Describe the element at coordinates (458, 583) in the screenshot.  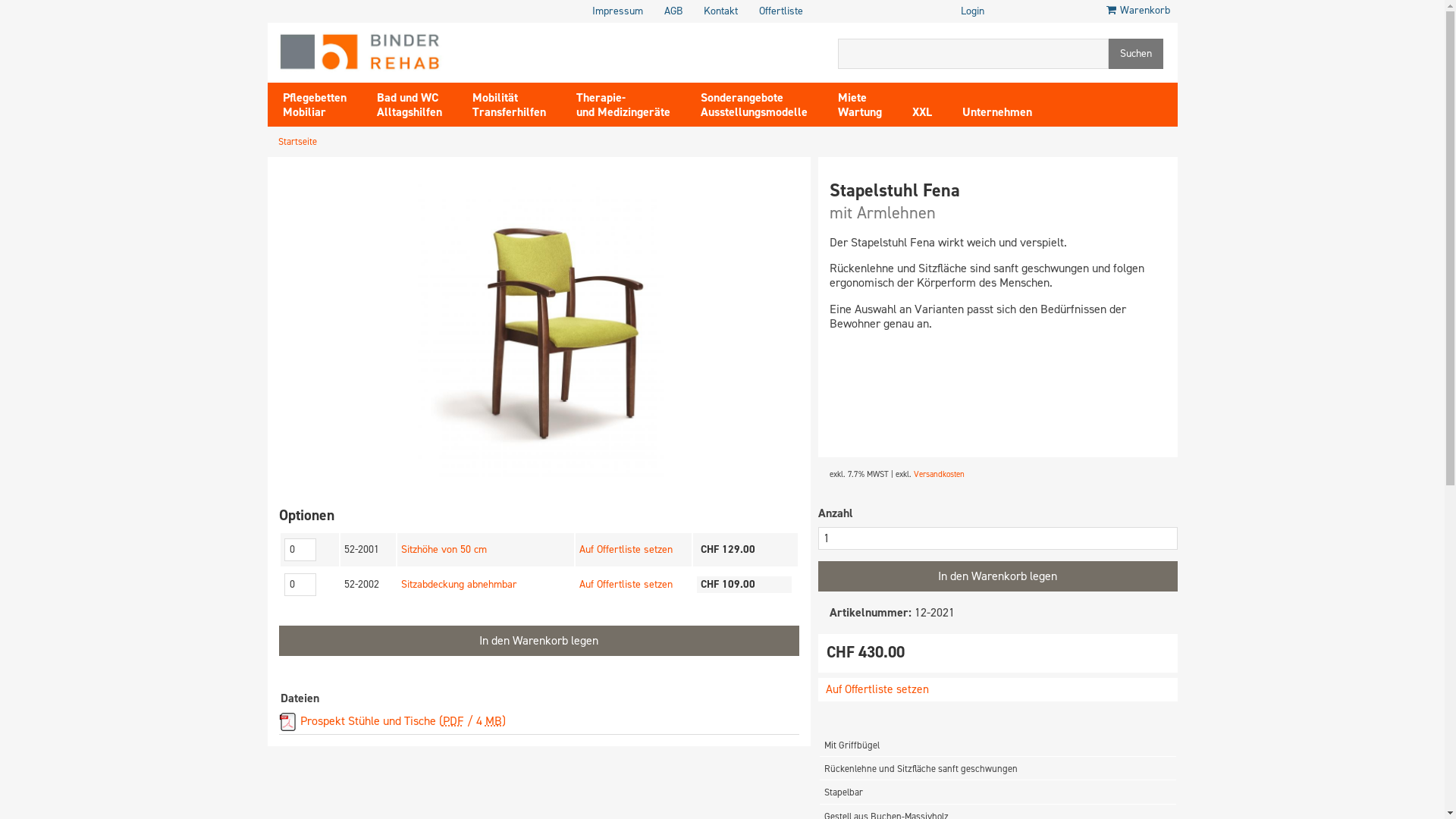
I see `'Sitzabdeckung abnehmbar'` at that location.